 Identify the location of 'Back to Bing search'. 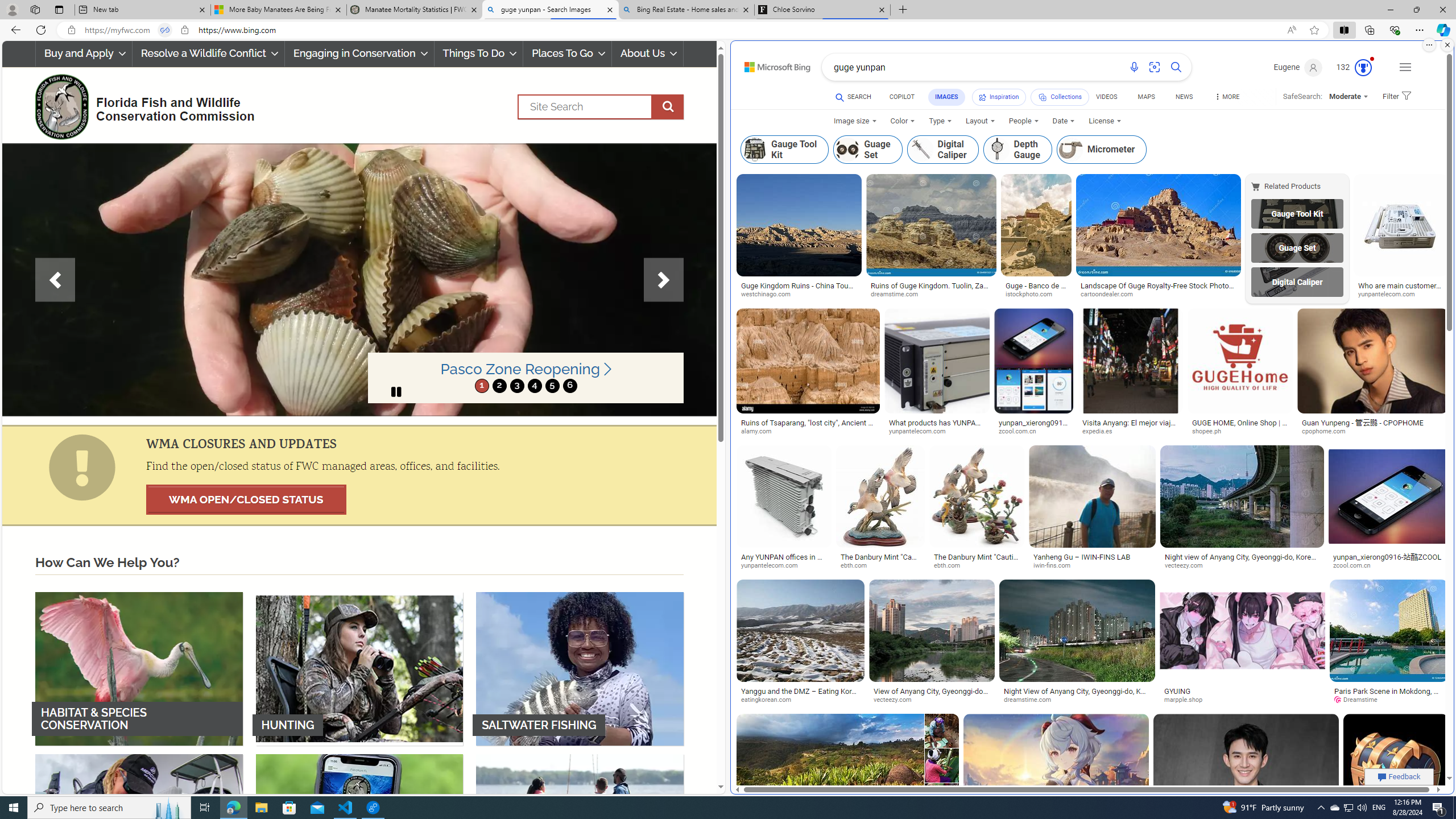
(770, 64).